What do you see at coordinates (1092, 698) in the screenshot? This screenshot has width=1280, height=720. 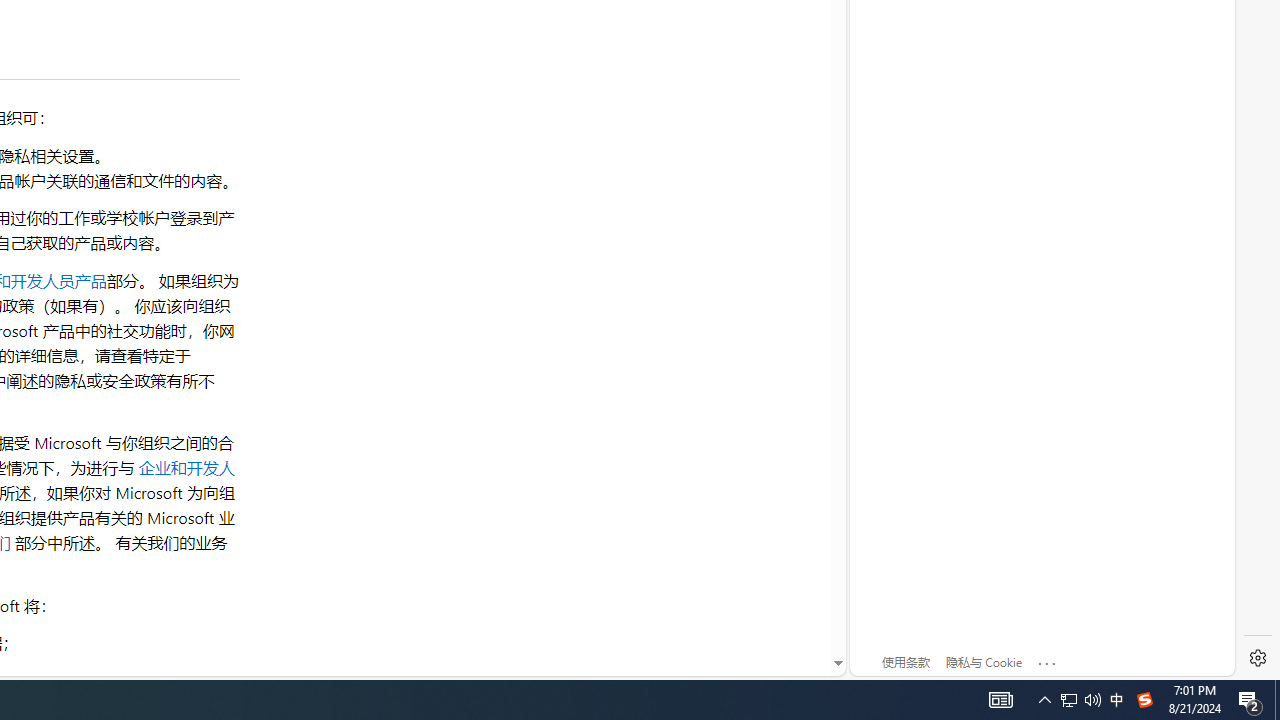 I see `'Q2790: 100%'` at bounding box center [1092, 698].